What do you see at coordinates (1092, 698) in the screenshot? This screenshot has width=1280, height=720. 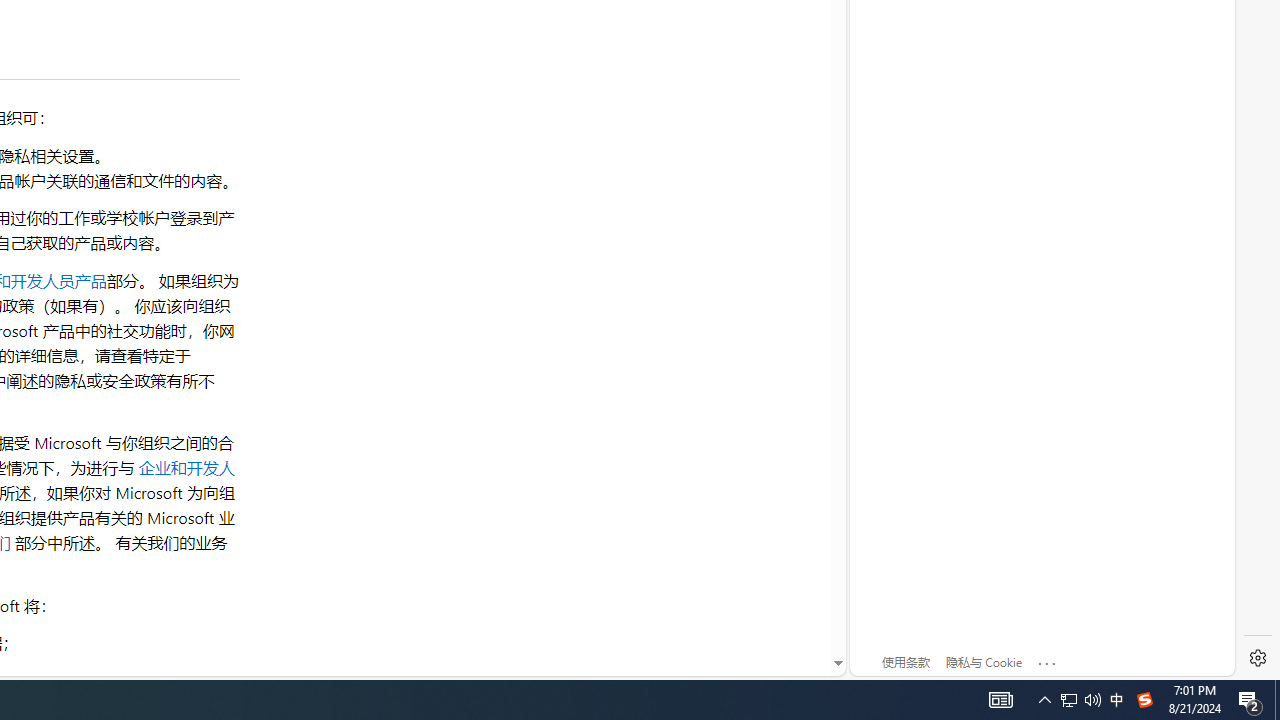 I see `'Q2790: 100%'` at bounding box center [1092, 698].